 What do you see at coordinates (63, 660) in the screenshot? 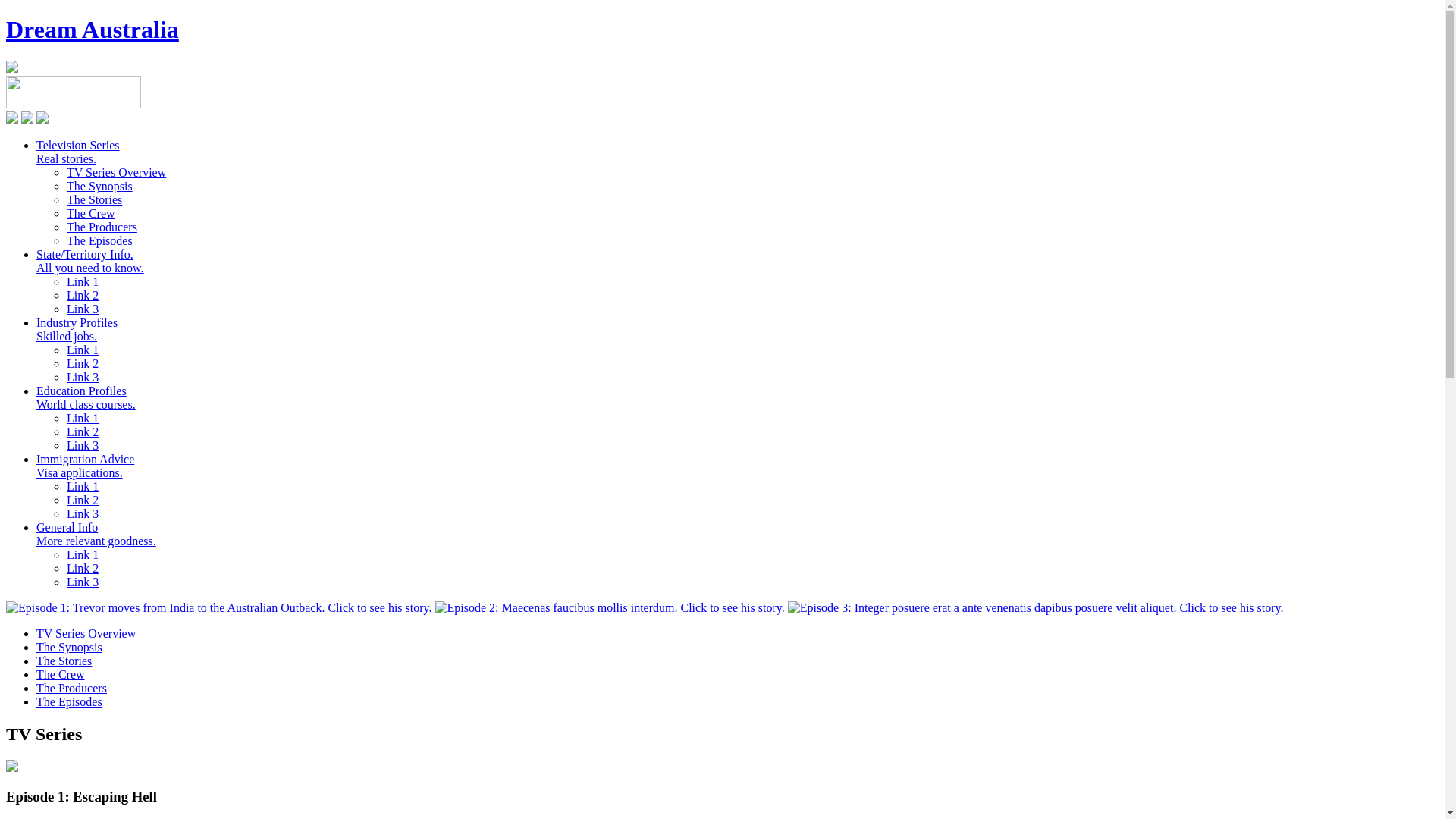
I see `'The Stories'` at bounding box center [63, 660].